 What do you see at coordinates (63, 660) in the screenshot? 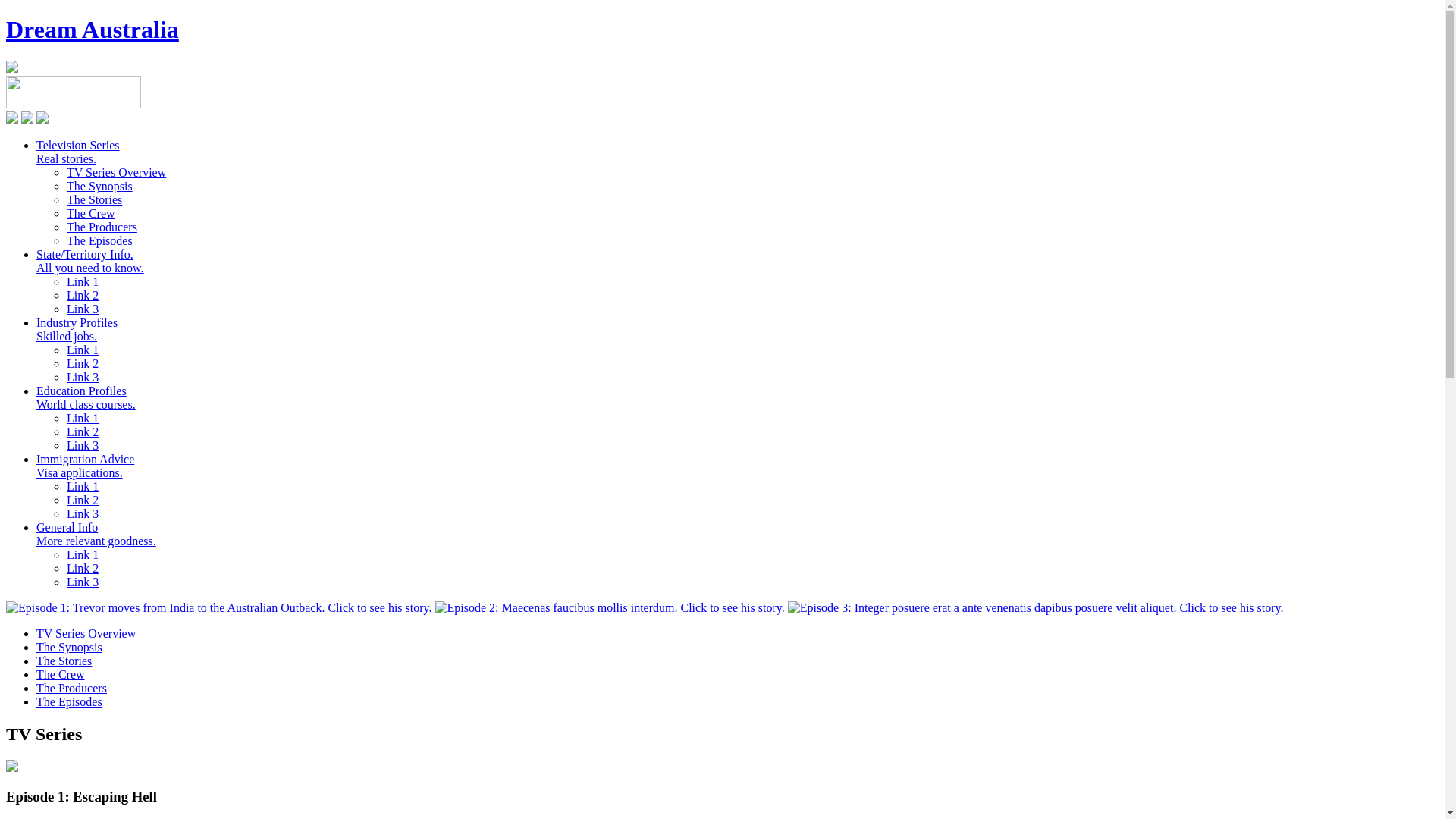
I see `'The Stories'` at bounding box center [63, 660].